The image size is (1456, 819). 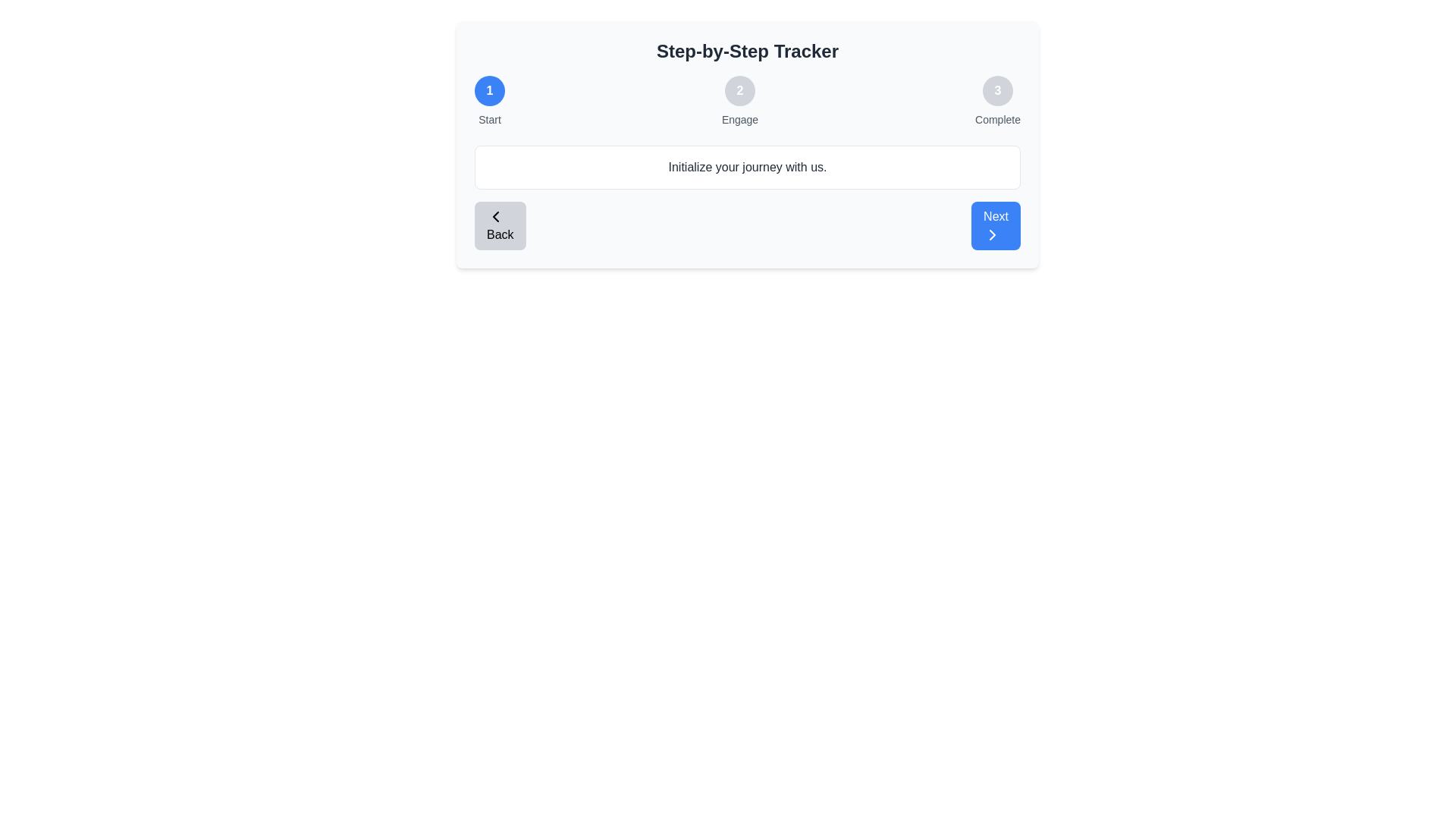 What do you see at coordinates (747, 167) in the screenshot?
I see `the text box labeled 'Initialize your journey with us.' which is centrally located below the step progress indicators and above the navigation buttons` at bounding box center [747, 167].